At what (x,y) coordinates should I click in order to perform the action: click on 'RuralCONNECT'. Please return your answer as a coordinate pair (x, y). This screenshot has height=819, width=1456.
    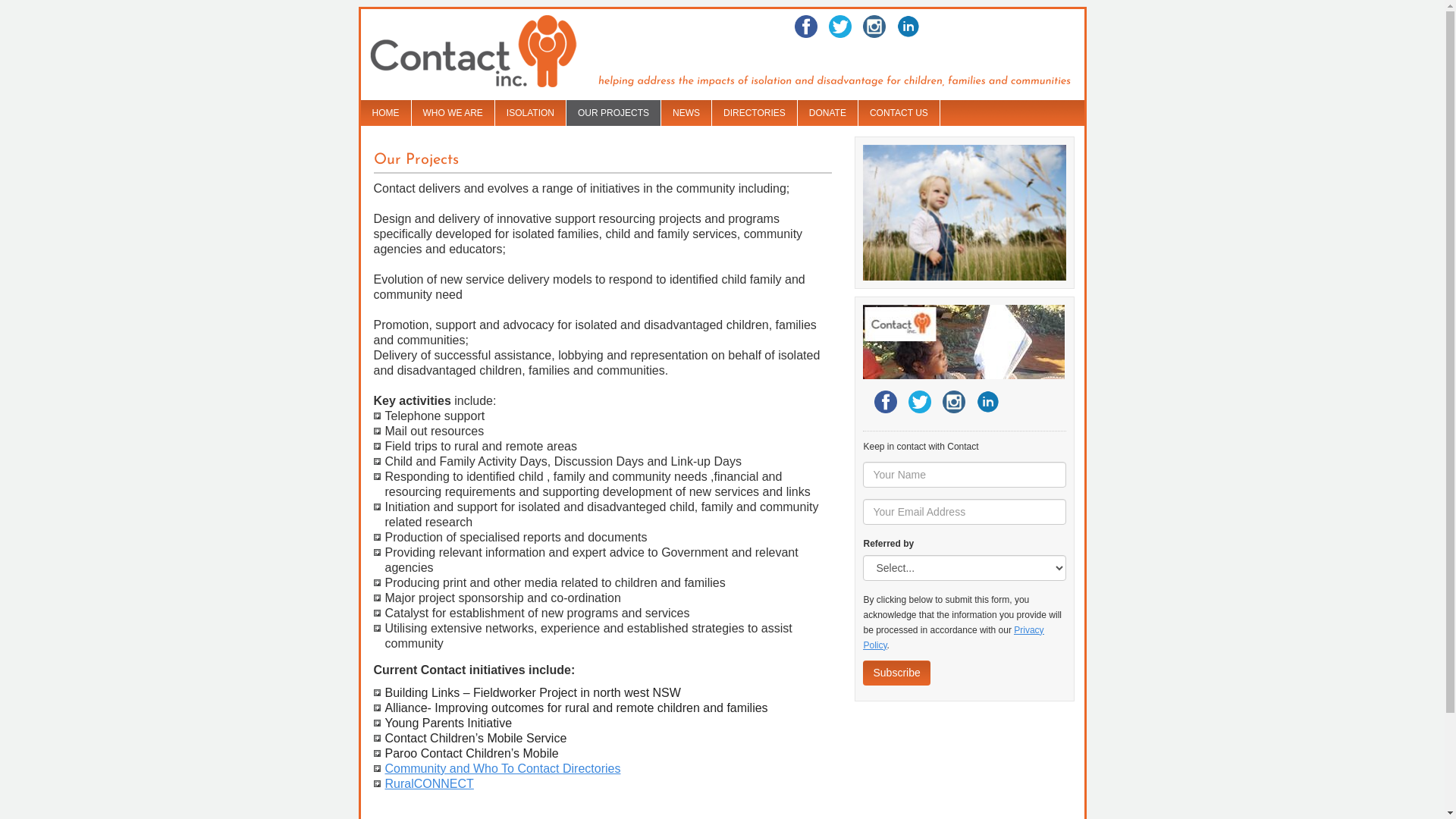
    Looking at the image, I should click on (428, 783).